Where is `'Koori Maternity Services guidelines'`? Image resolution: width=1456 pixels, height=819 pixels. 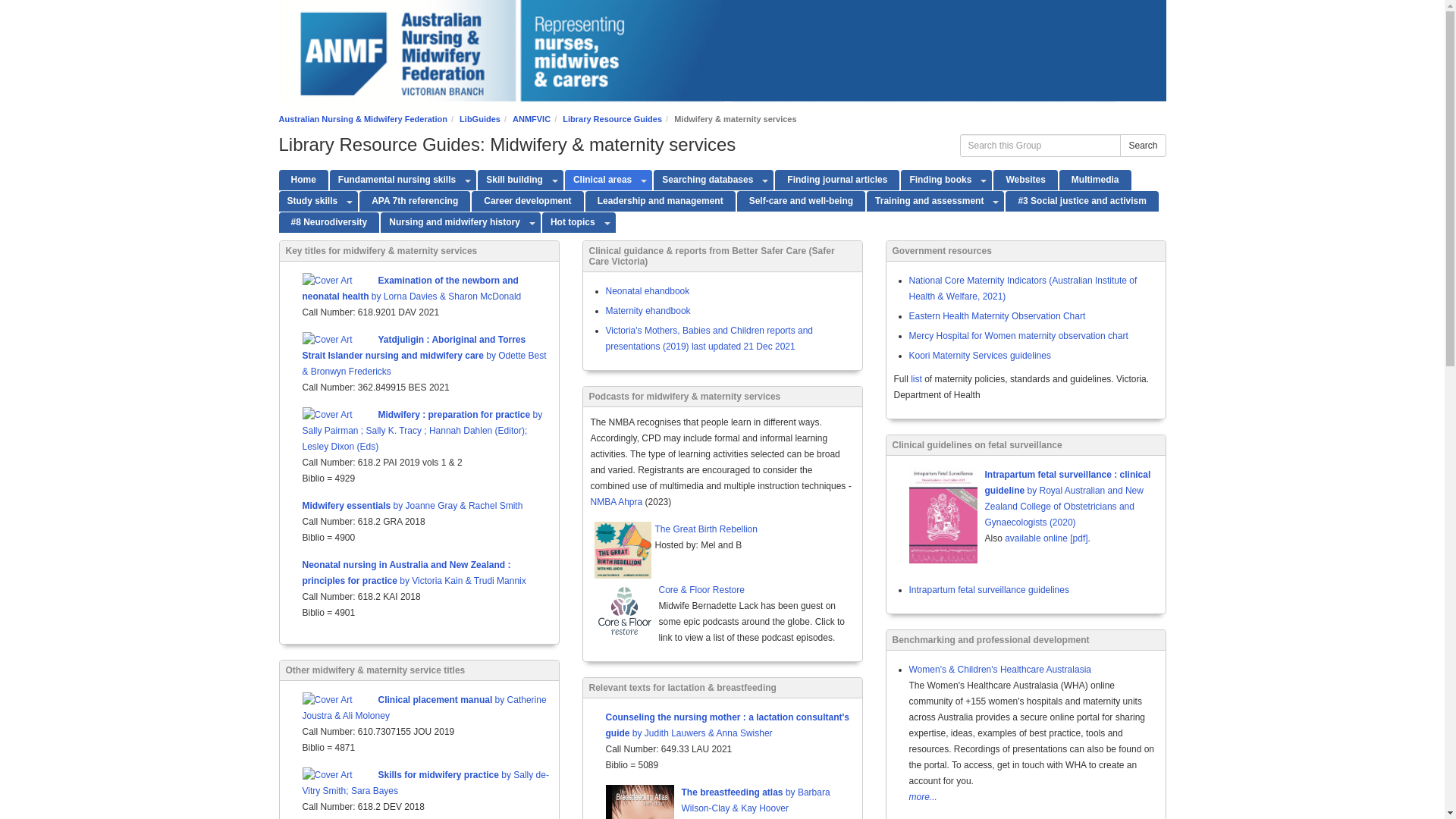
'Koori Maternity Services guidelines' is located at coordinates (979, 356).